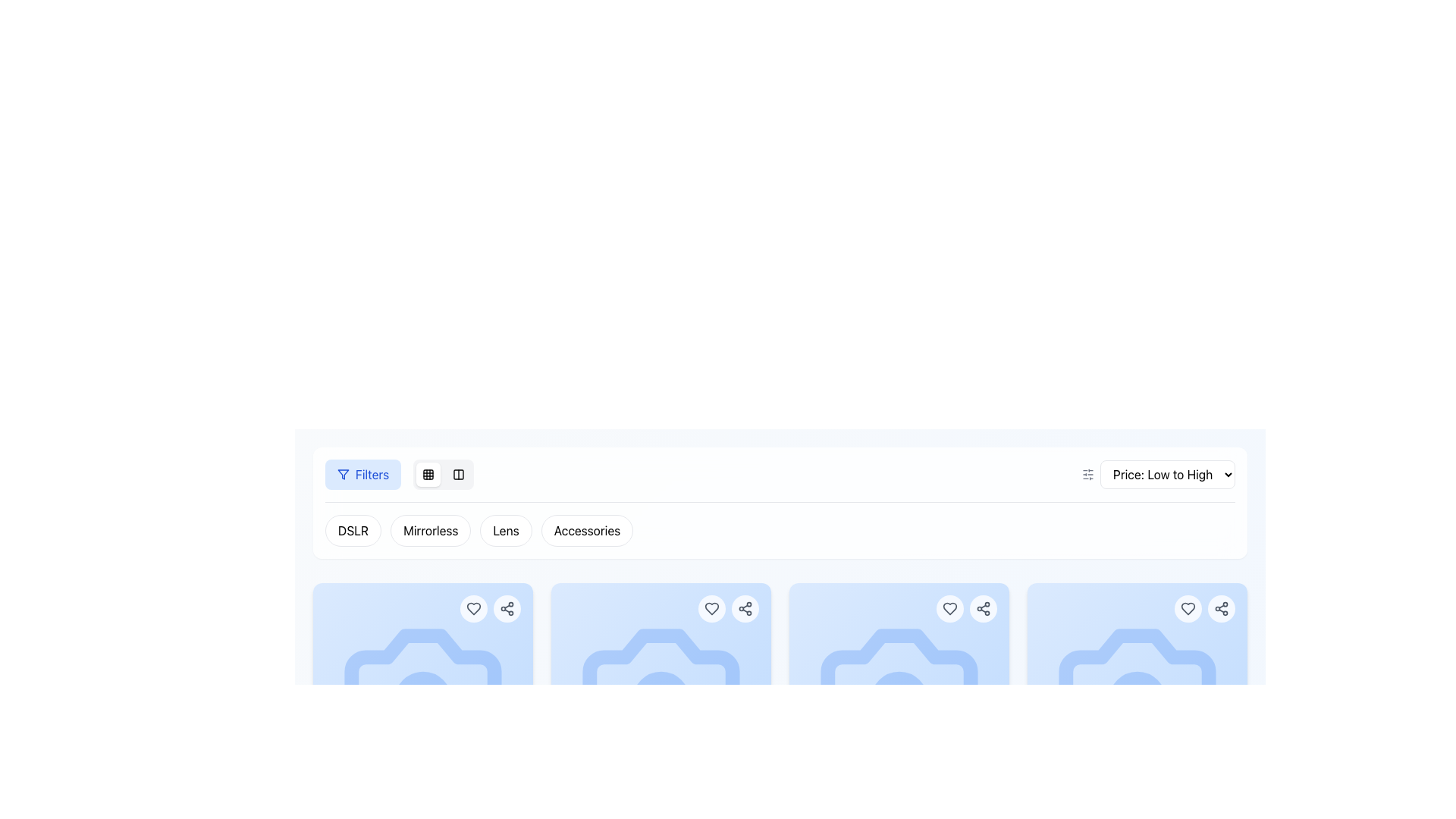 This screenshot has width=1456, height=819. Describe the element at coordinates (711, 607) in the screenshot. I see `the heart icon button that serves as a favorite or like button for marking the associated product as favored, located above the product card in a row of products` at that location.